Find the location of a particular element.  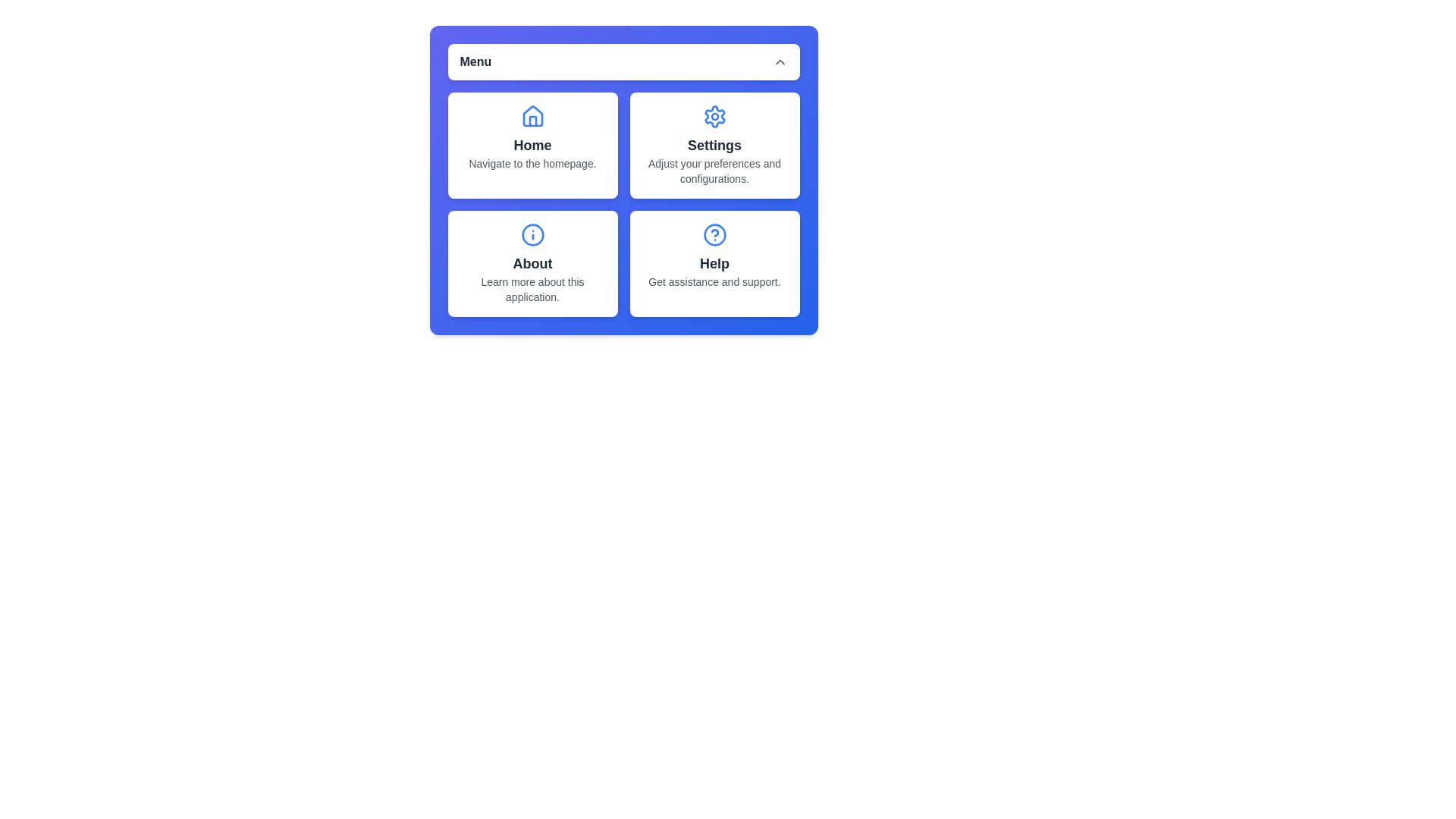

the menu item Home is located at coordinates (532, 146).